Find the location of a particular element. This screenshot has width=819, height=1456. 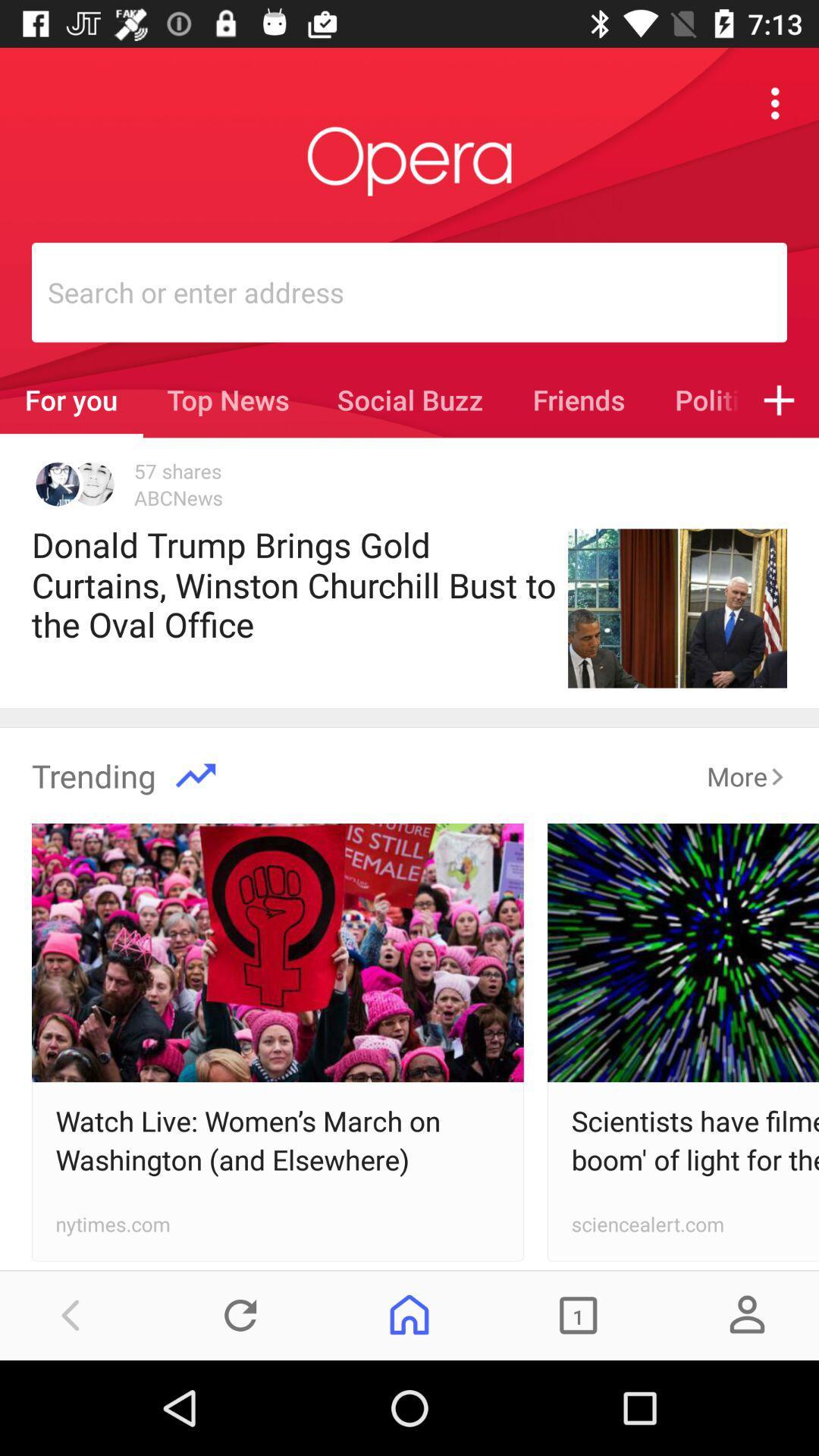

the add option under search bar is located at coordinates (779, 400).